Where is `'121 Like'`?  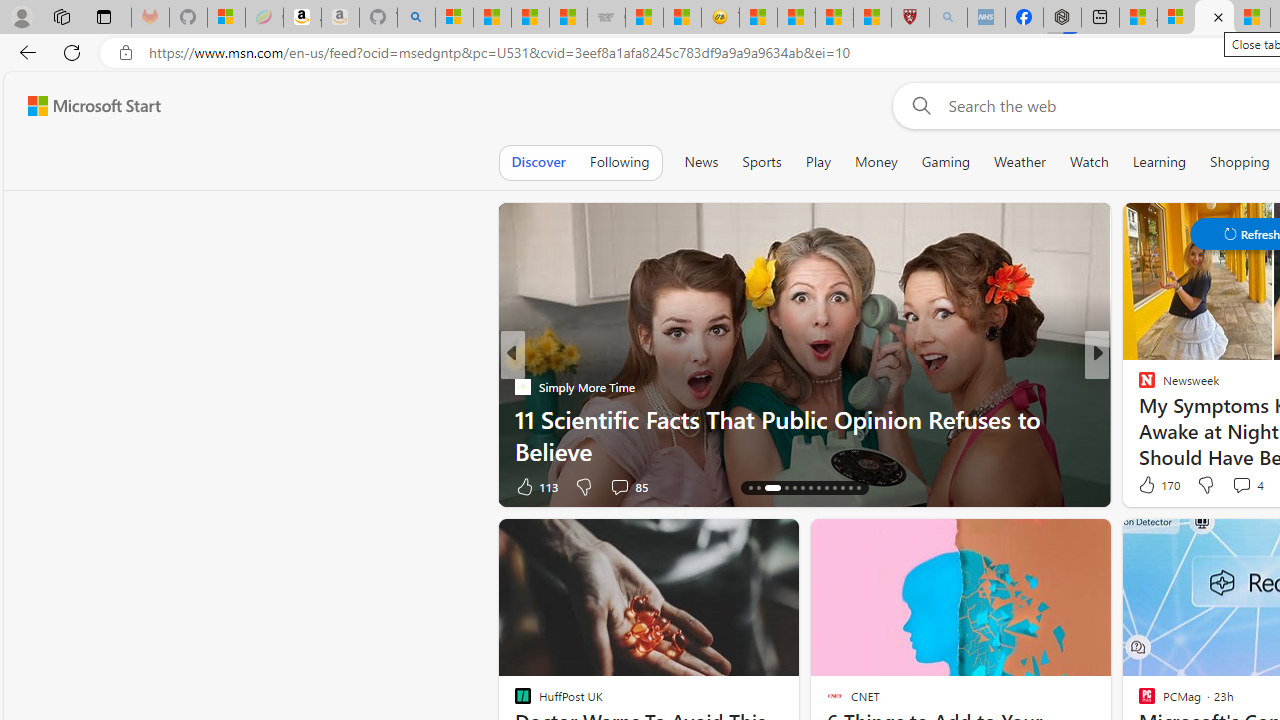
'121 Like' is located at coordinates (1152, 486).